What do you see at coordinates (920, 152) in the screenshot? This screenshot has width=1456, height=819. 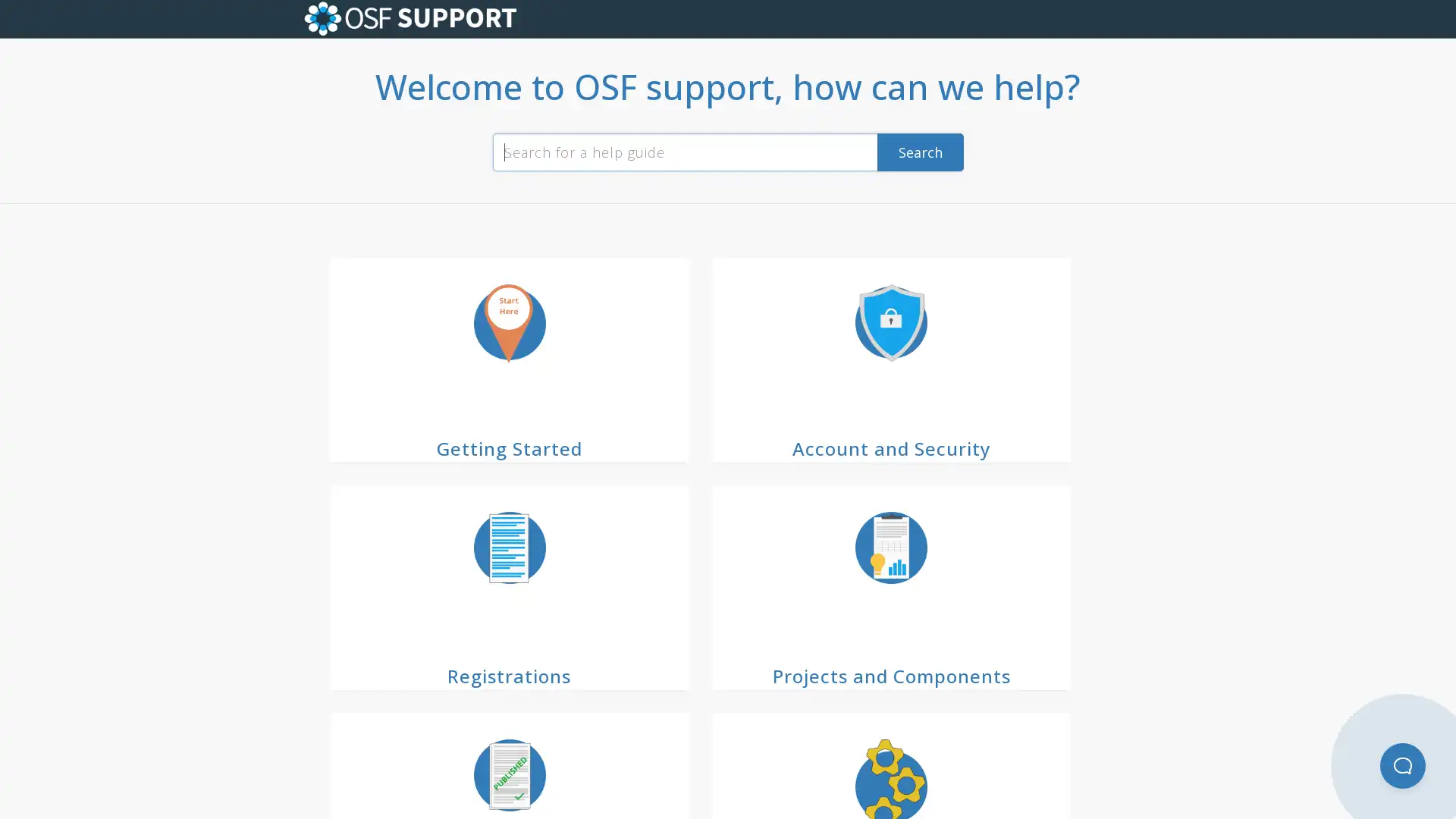 I see `Search` at bounding box center [920, 152].